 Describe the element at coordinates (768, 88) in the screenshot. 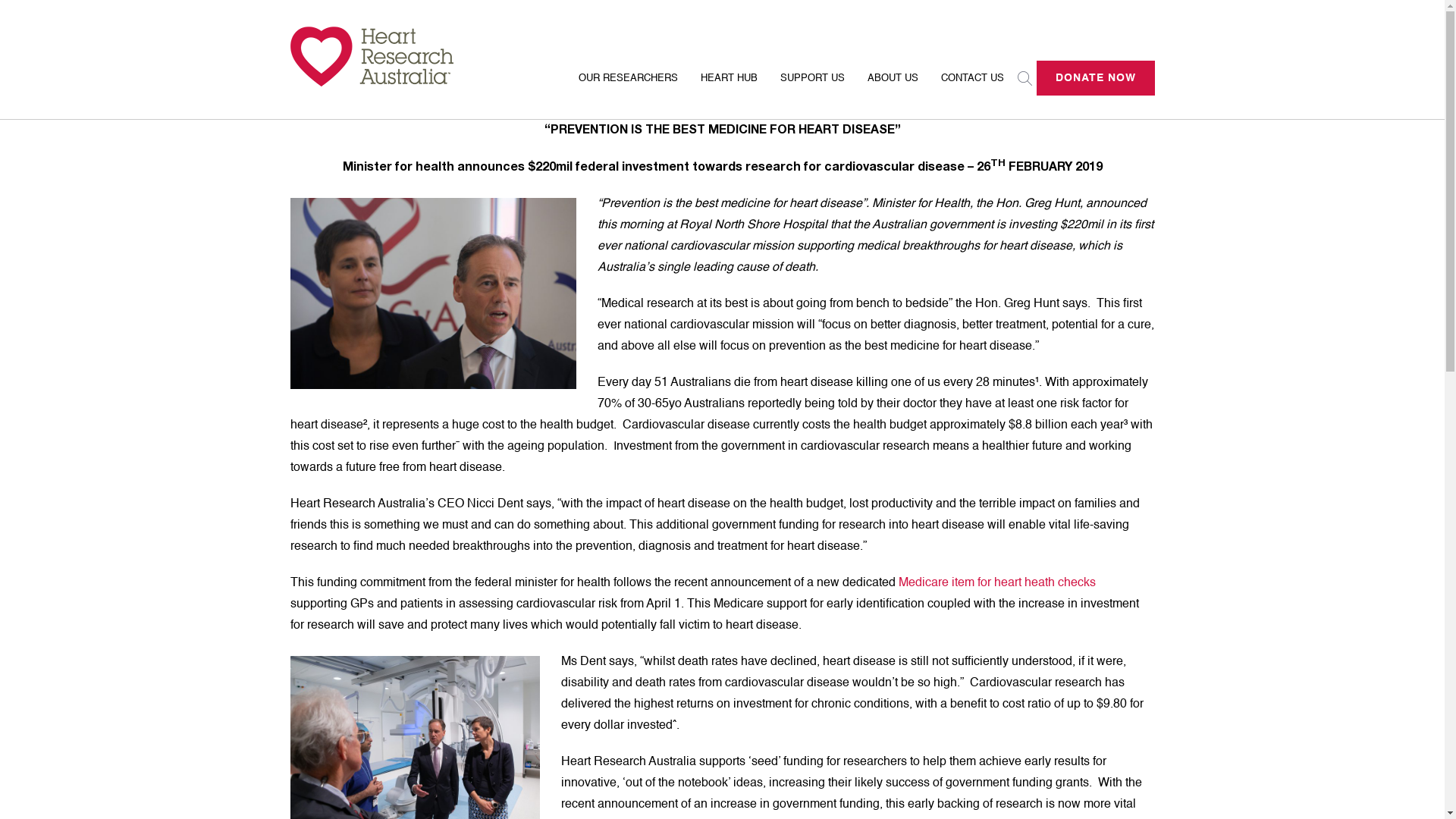

I see `'SUPPORT US'` at that location.